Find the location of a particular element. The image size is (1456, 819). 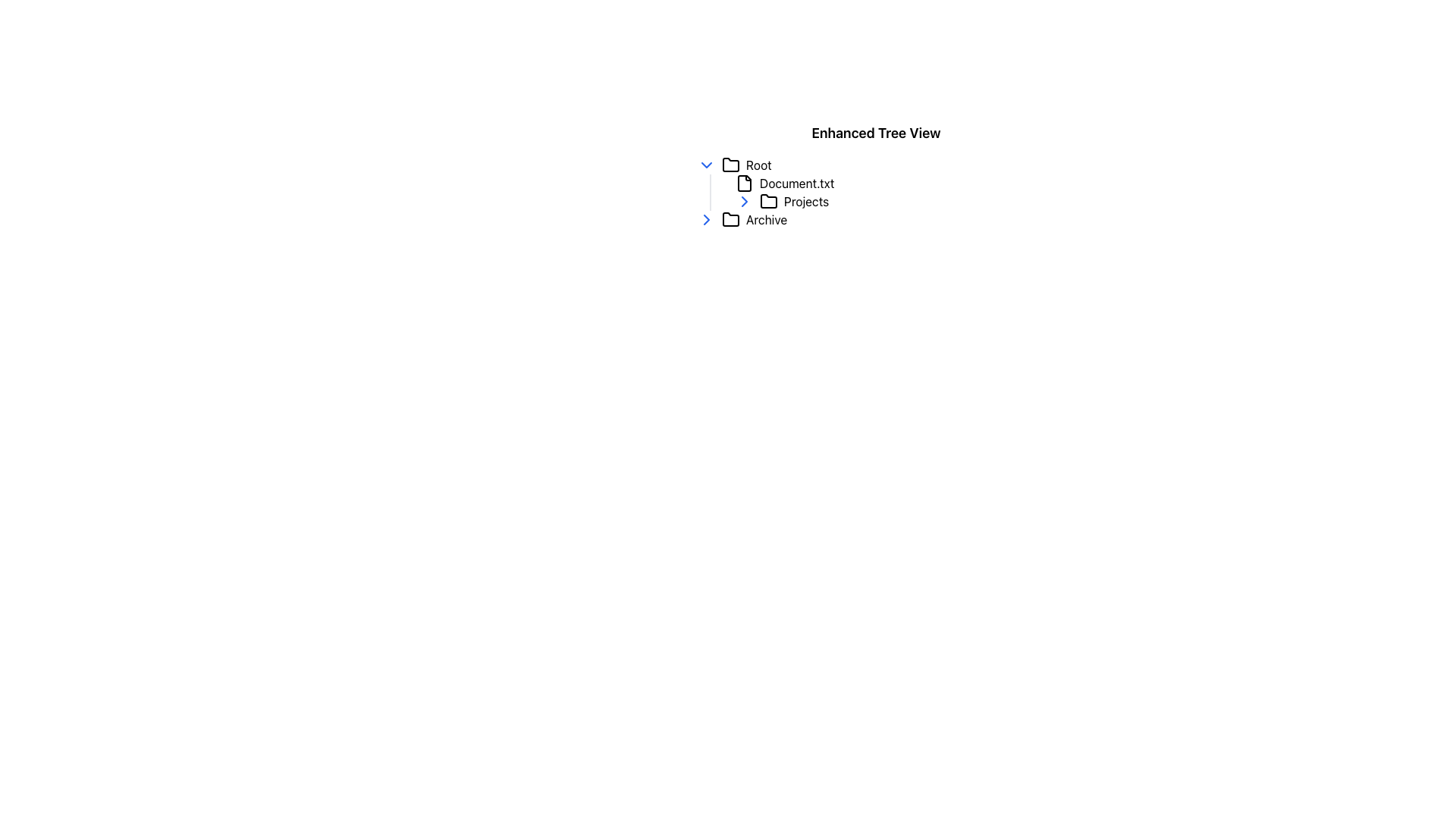

the static text label displaying 'Document.txt' is located at coordinates (796, 183).